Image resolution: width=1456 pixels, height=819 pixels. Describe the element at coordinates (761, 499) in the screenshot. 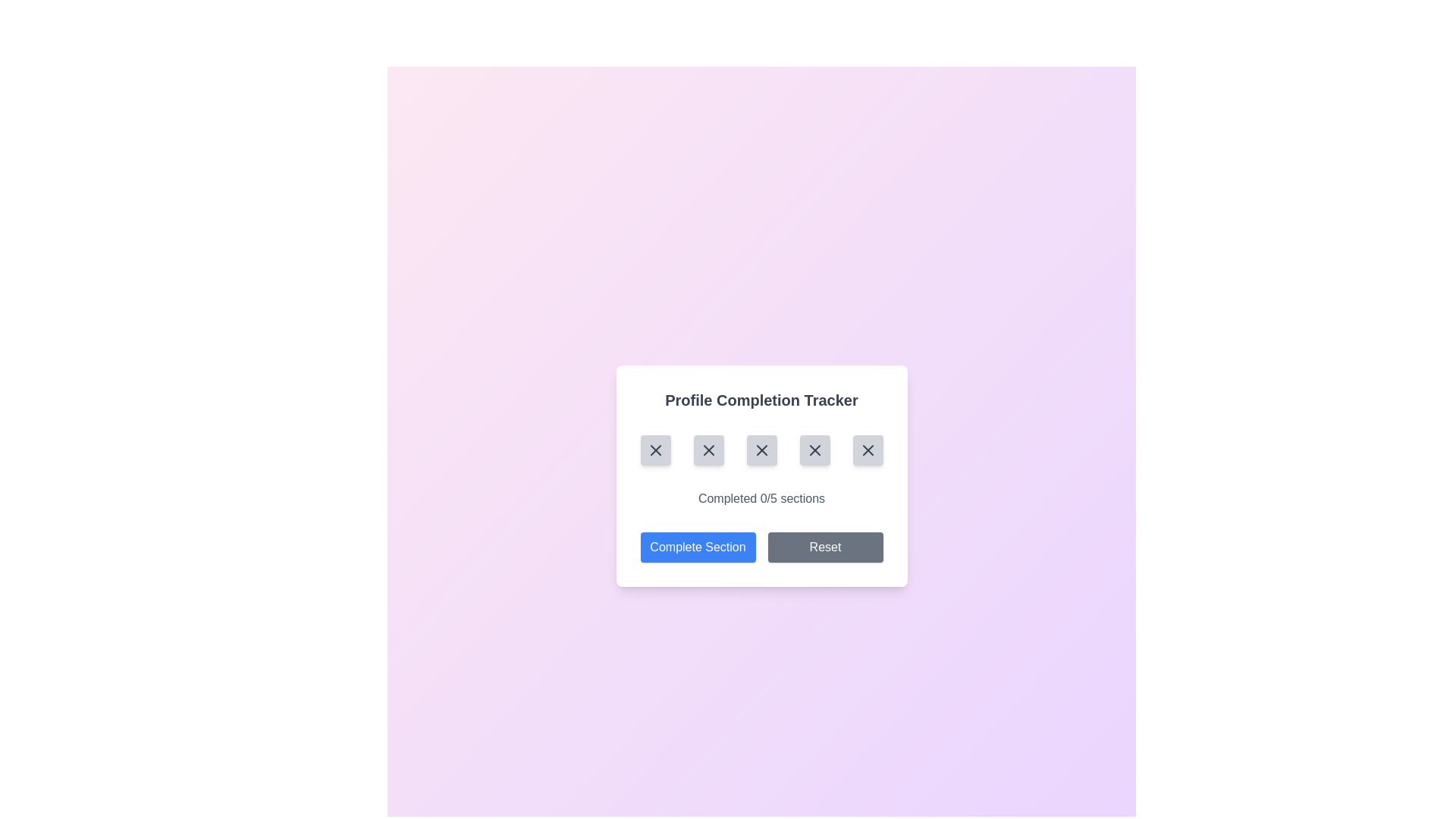

I see `the text label that informs the user about the completion progress of five sections, located within the 'Profile Completion Tracker' card, below the icons and above the 'Complete Section' and 'Reset' buttons` at that location.